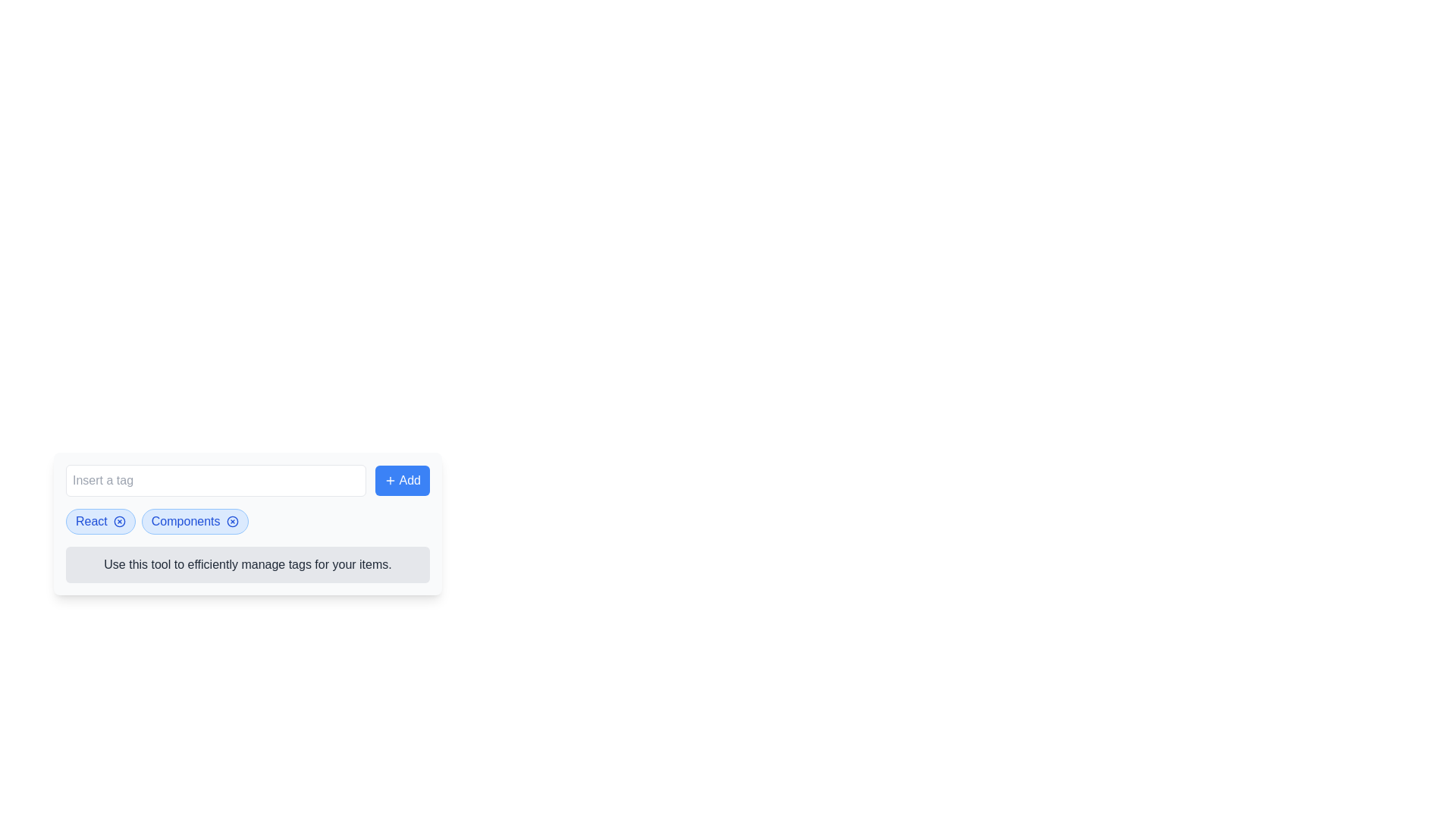  I want to click on the hollow circle with a thin outline surrounding the 'x' mark near the 'Components' tag, which represents a close or dismiss functionality, so click(231, 520).